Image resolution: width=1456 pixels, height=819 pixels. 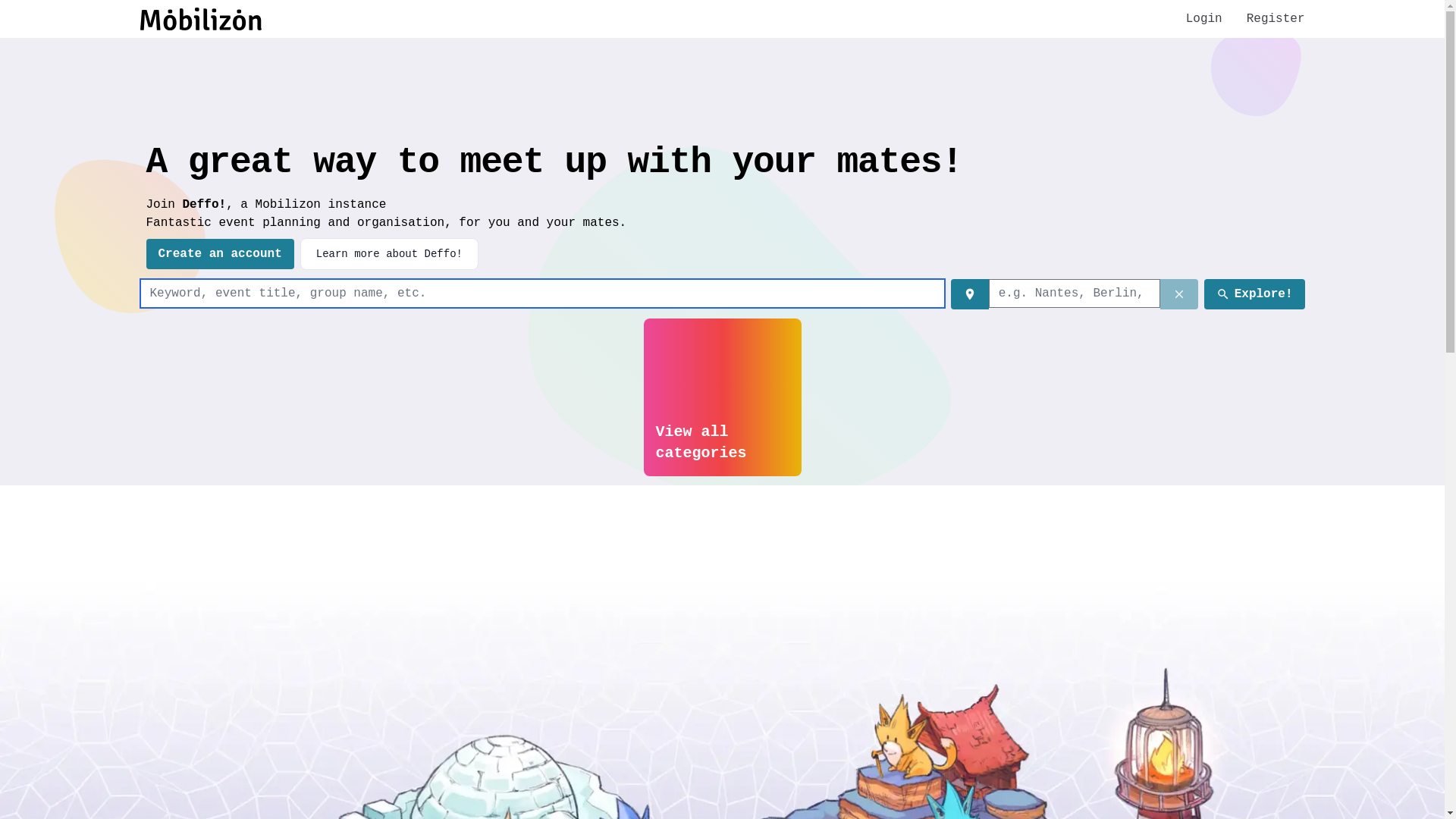 What do you see at coordinates (720, 397) in the screenshot?
I see `'View all categories'` at bounding box center [720, 397].